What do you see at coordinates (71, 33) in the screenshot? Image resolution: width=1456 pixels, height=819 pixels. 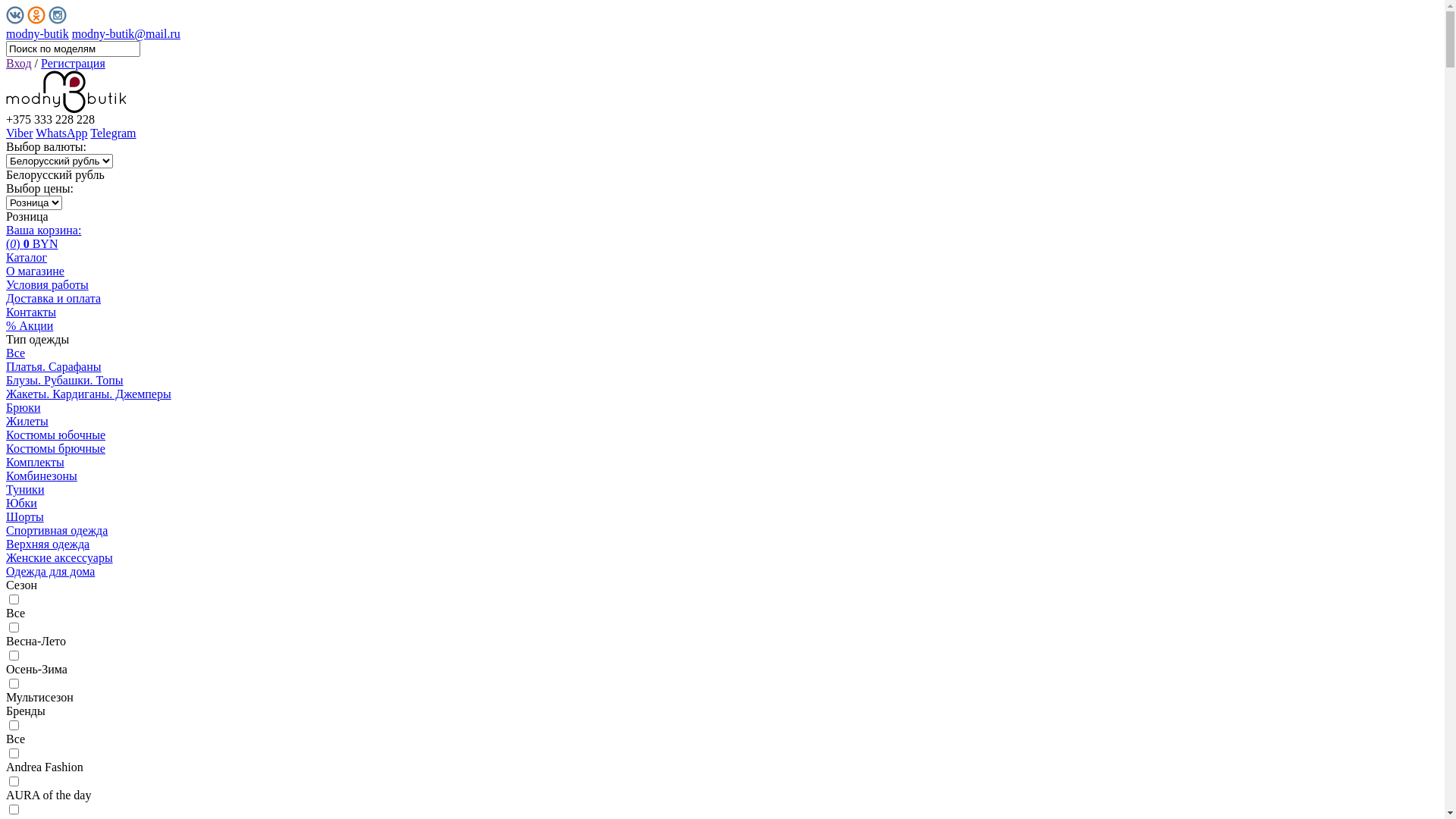 I see `'modny-butik@mail.ru'` at bounding box center [71, 33].